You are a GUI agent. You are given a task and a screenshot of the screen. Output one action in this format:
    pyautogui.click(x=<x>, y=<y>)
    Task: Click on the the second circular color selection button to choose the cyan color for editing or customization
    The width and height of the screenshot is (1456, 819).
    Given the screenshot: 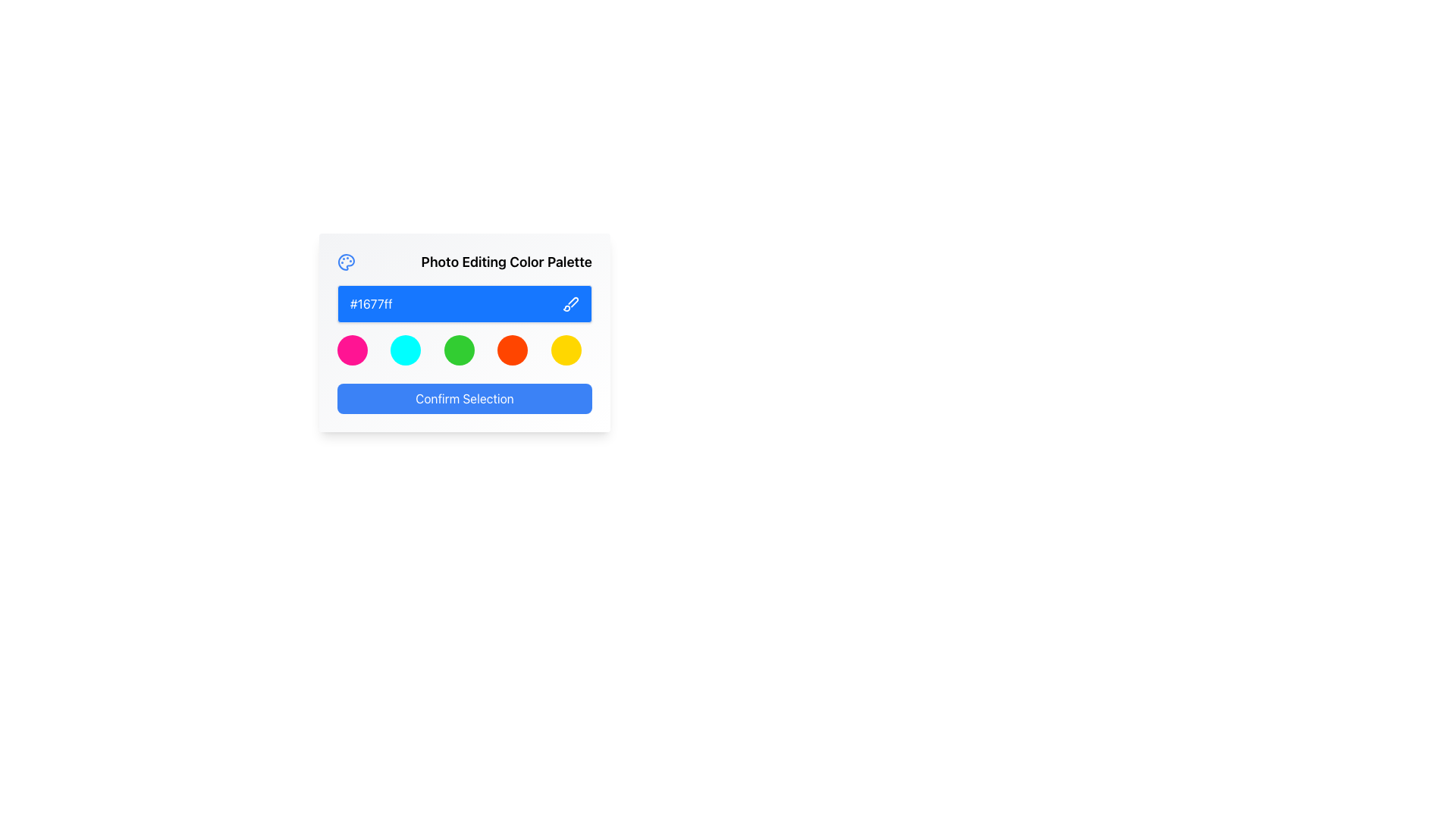 What is the action you would take?
    pyautogui.click(x=406, y=350)
    